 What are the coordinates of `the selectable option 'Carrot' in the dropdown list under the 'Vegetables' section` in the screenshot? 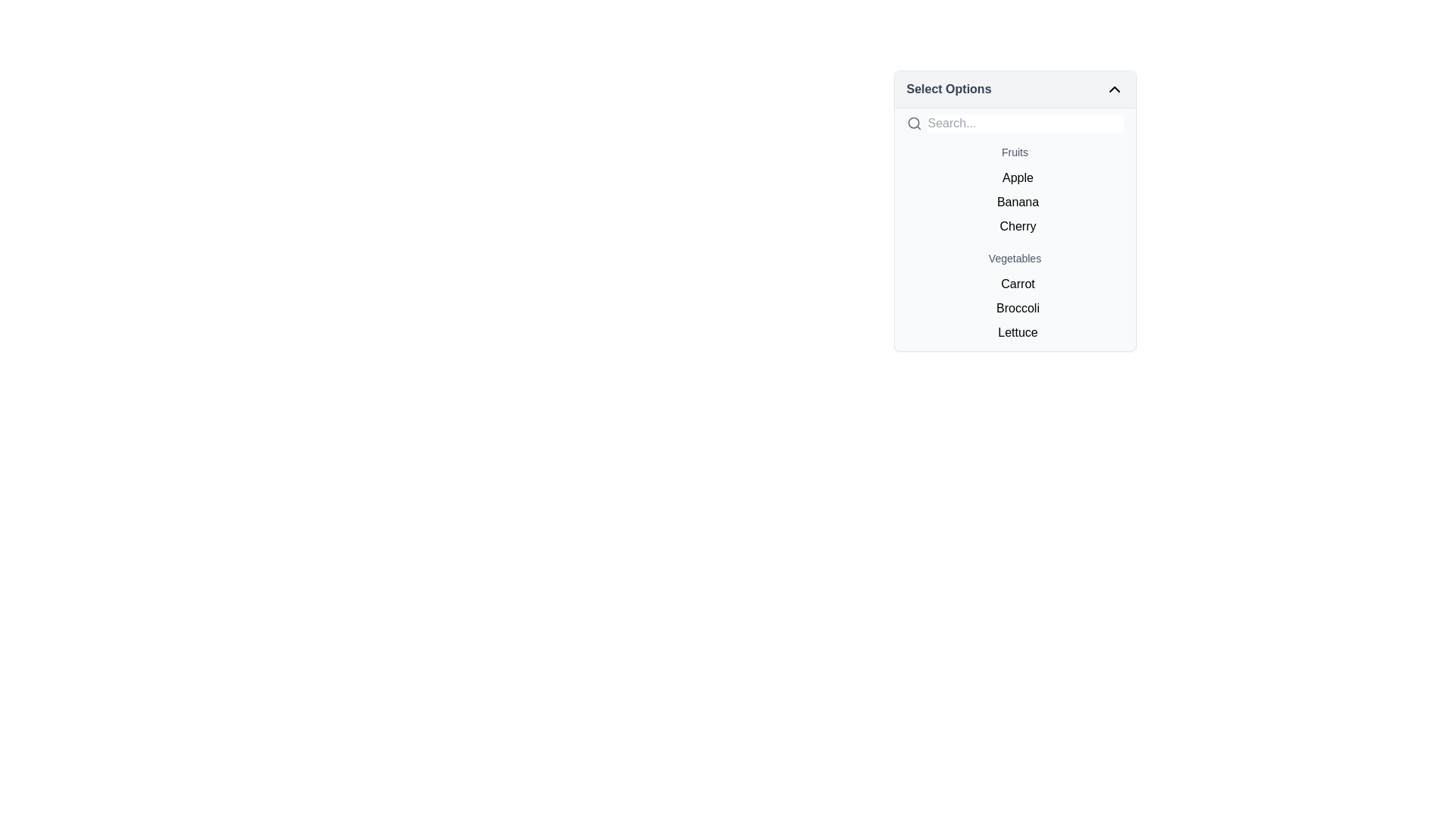 It's located at (1018, 284).